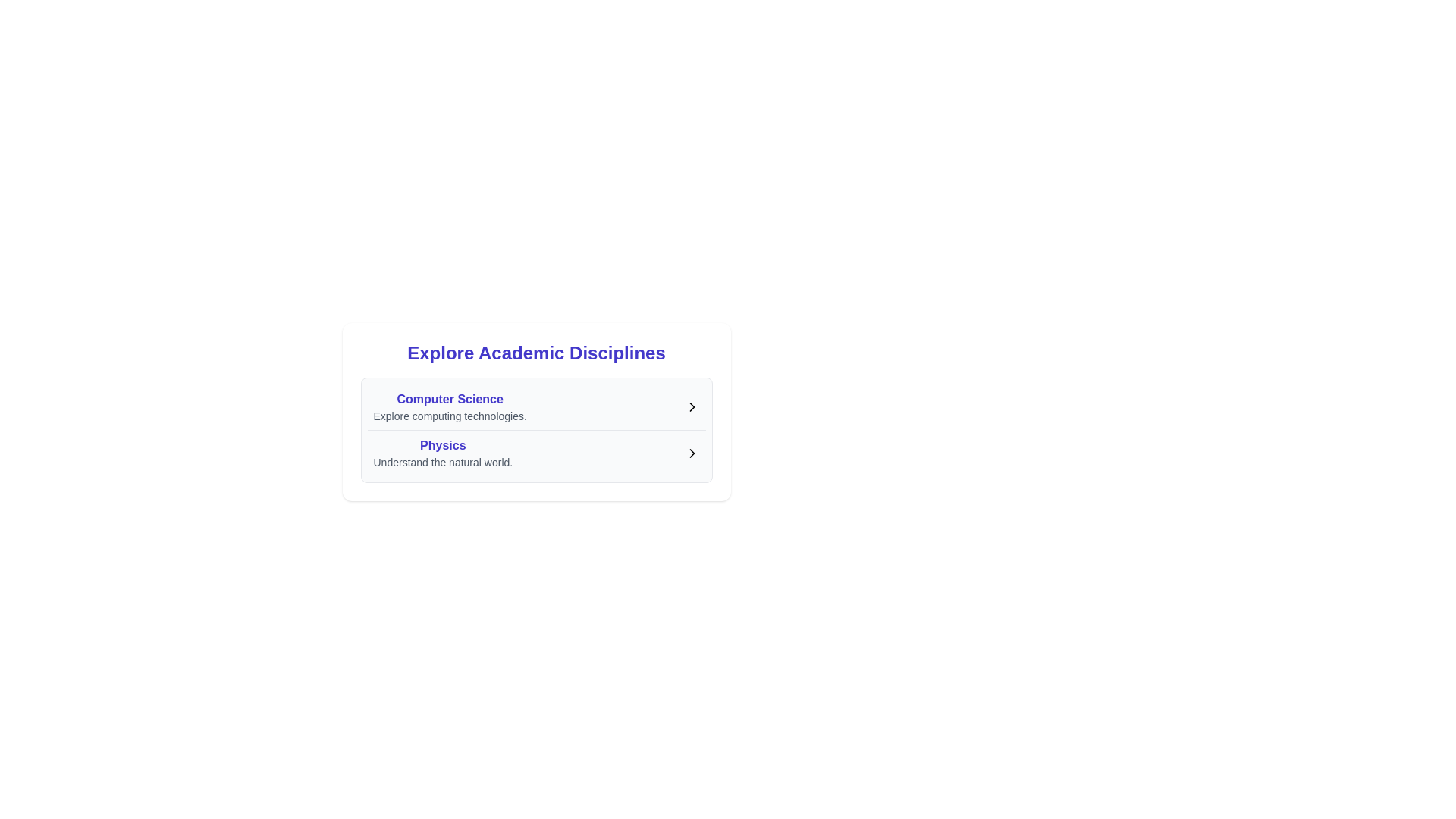 Image resolution: width=1456 pixels, height=819 pixels. I want to click on the chevron icon located to the right of the 'Computer Science' entry, so click(691, 406).